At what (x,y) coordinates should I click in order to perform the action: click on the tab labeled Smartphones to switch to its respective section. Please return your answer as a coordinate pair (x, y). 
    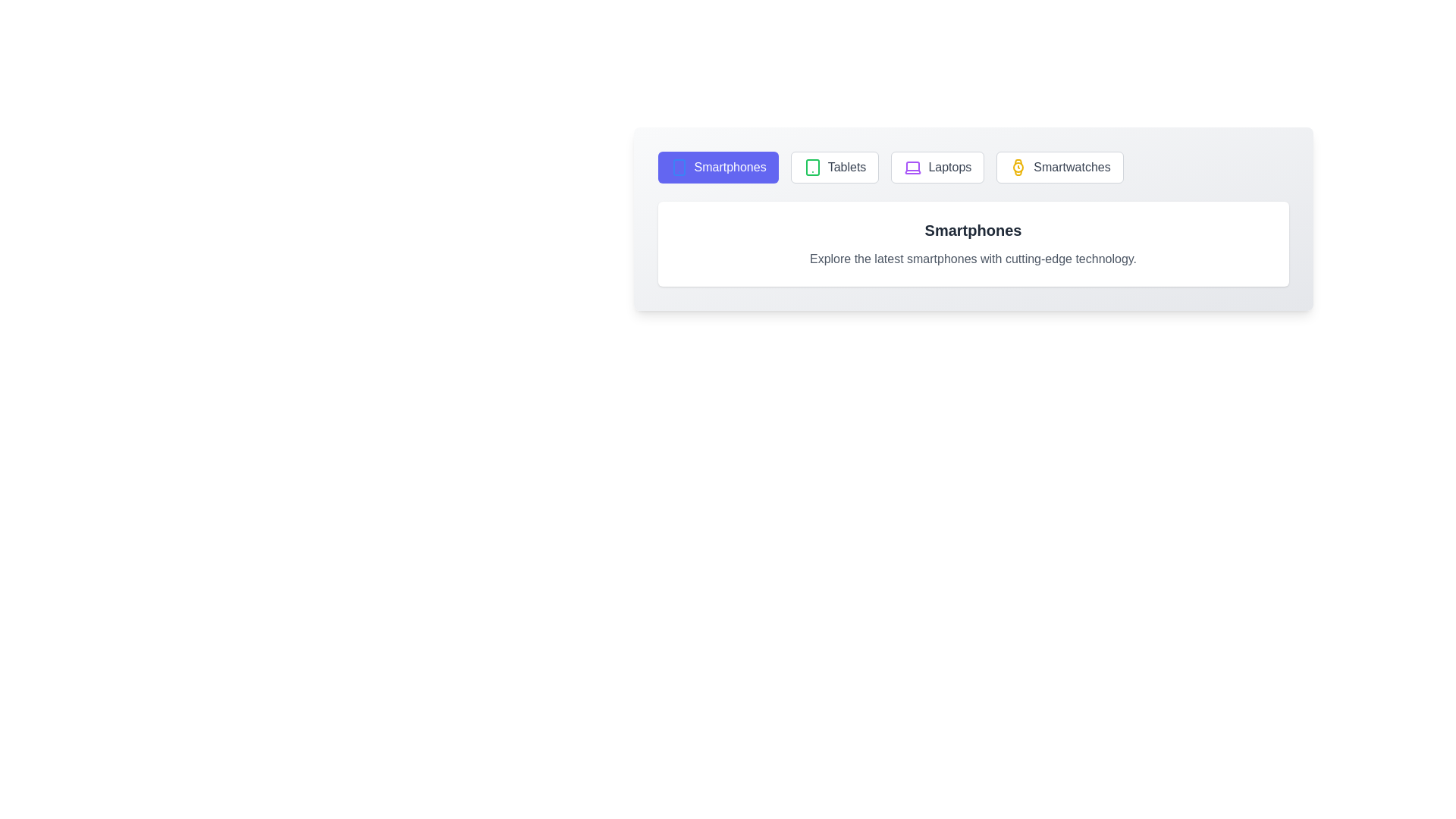
    Looking at the image, I should click on (717, 167).